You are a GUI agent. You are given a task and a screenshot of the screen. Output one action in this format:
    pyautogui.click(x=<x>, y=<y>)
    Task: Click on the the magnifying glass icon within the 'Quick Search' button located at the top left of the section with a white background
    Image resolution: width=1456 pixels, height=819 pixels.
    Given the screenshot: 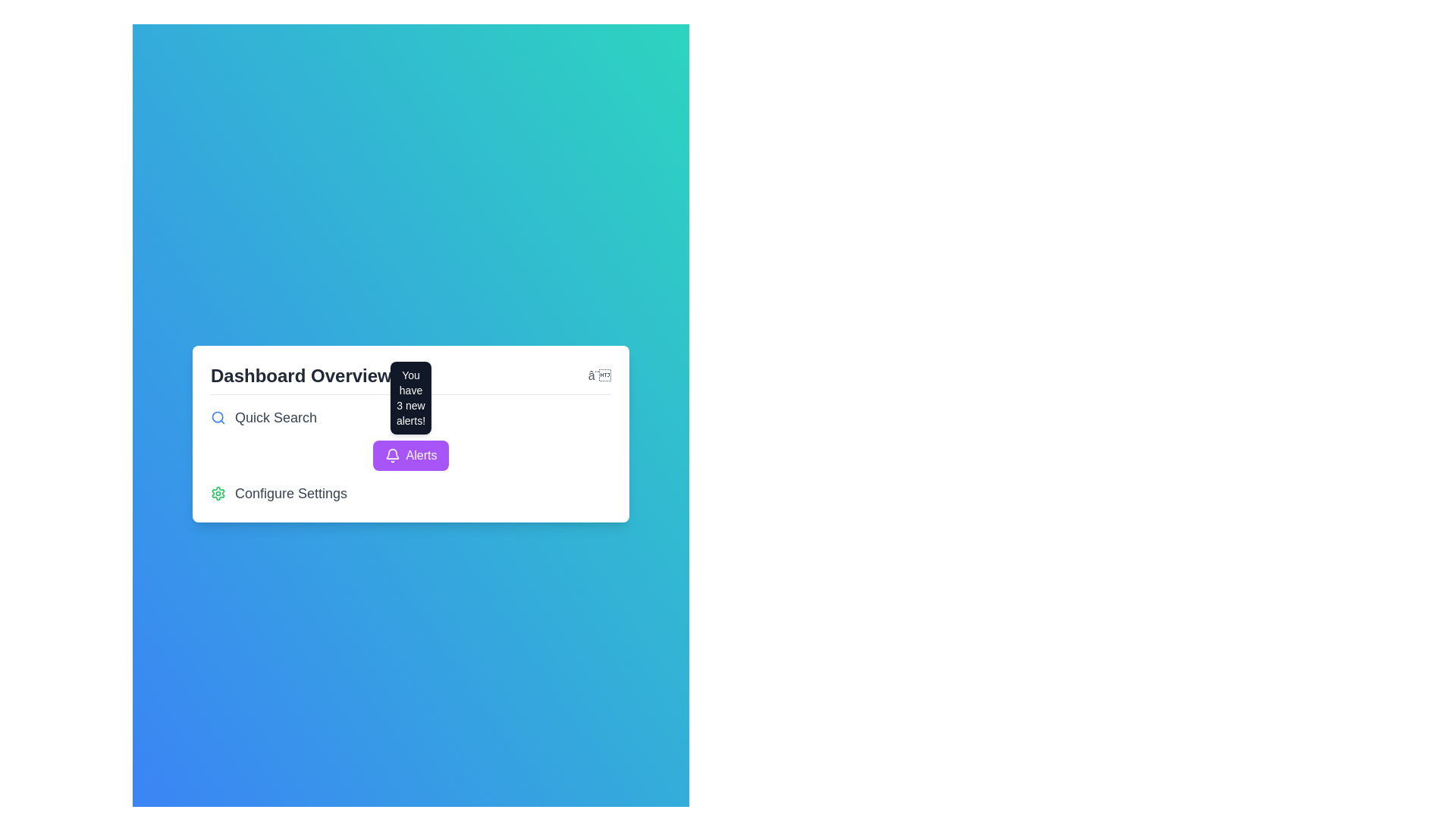 What is the action you would take?
    pyautogui.click(x=217, y=416)
    